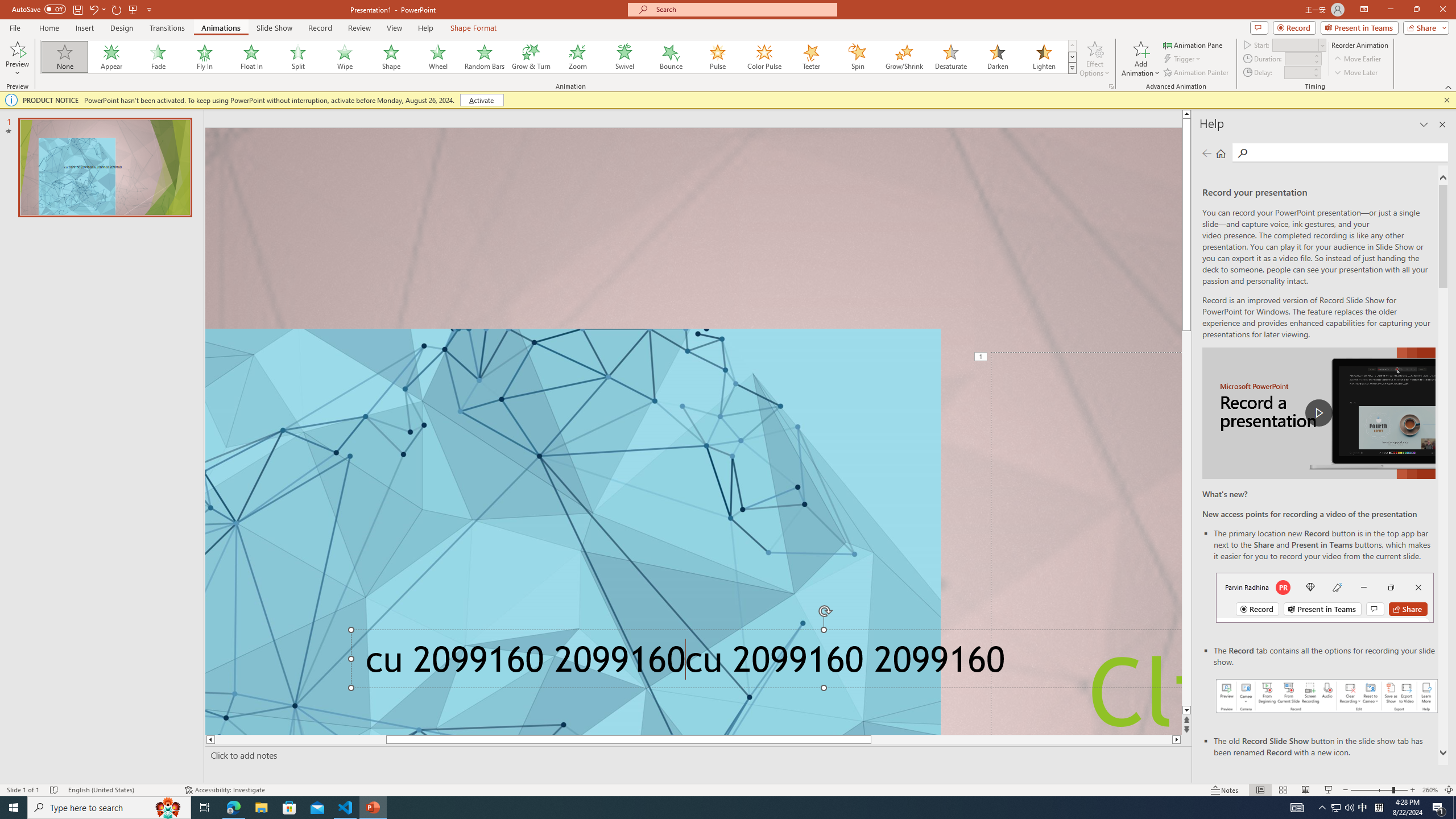  I want to click on 'Bounce', so click(671, 56).